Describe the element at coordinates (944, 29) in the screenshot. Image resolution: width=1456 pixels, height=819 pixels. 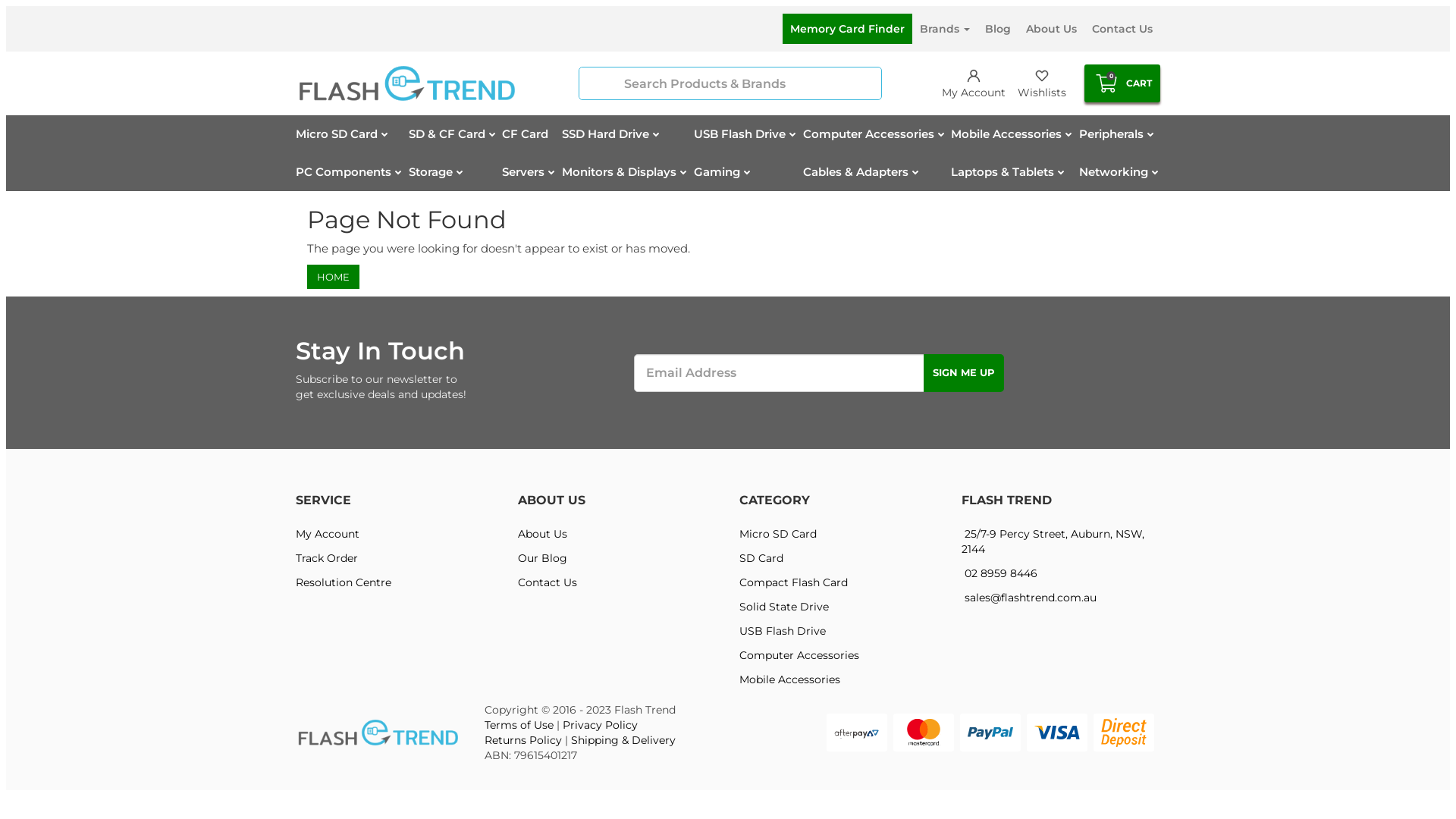
I see `'Brands'` at that location.